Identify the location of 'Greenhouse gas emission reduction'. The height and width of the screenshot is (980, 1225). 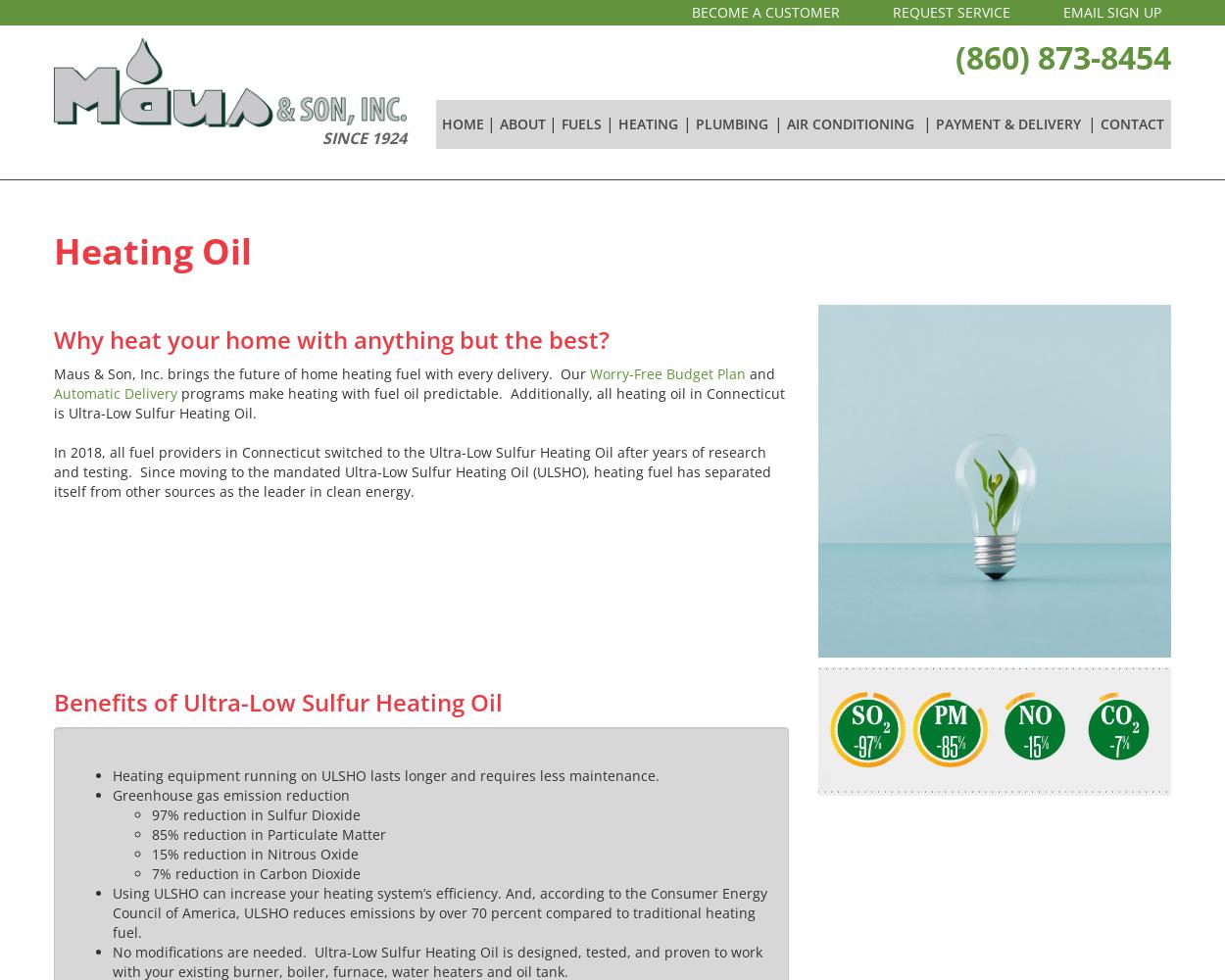
(230, 795).